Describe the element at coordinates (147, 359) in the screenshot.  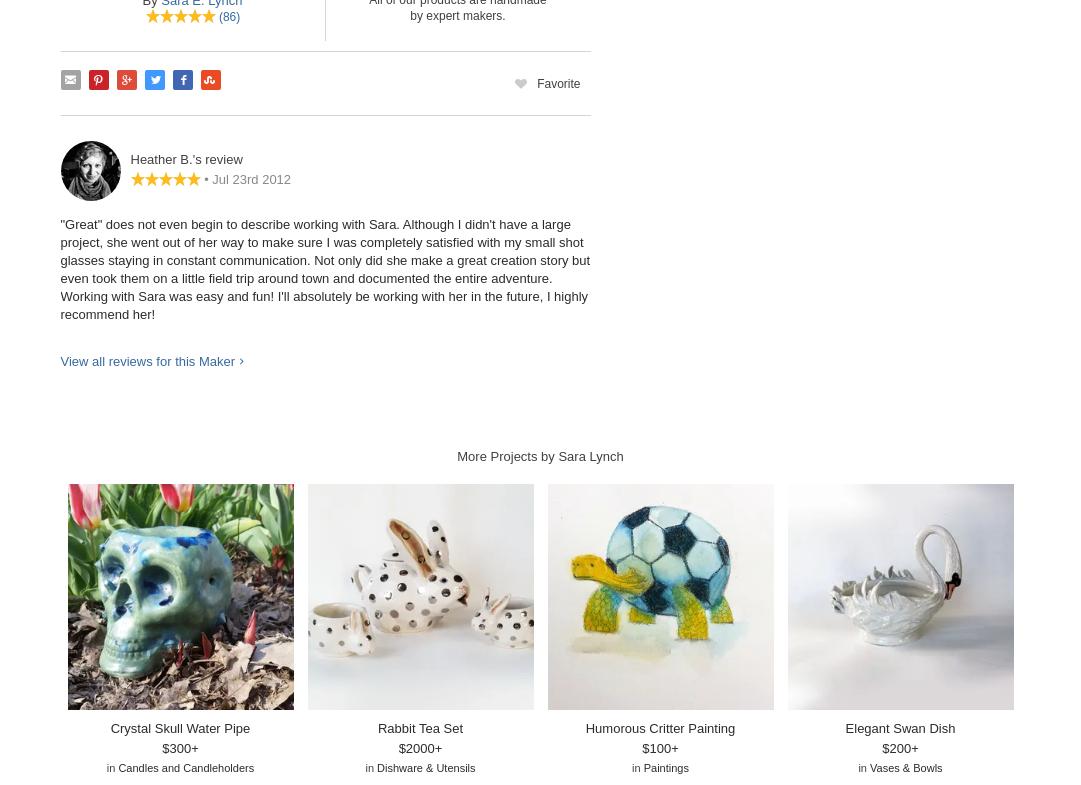
I see `'View all reviews for this Maker'` at that location.